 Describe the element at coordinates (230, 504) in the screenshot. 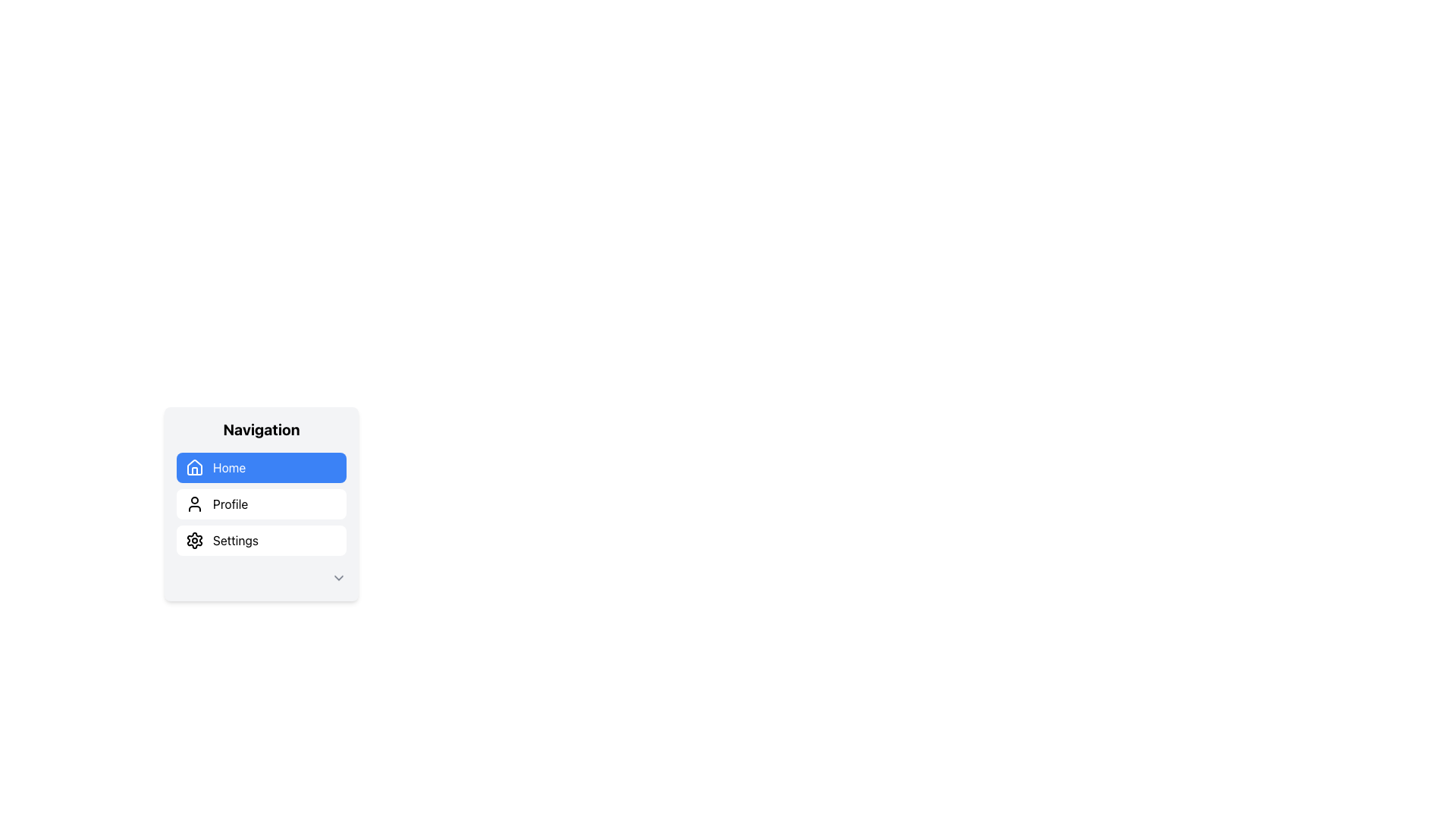

I see `the text label displaying 'Profile' which is part of the navigation panel and positioned below the user profile icon` at that location.